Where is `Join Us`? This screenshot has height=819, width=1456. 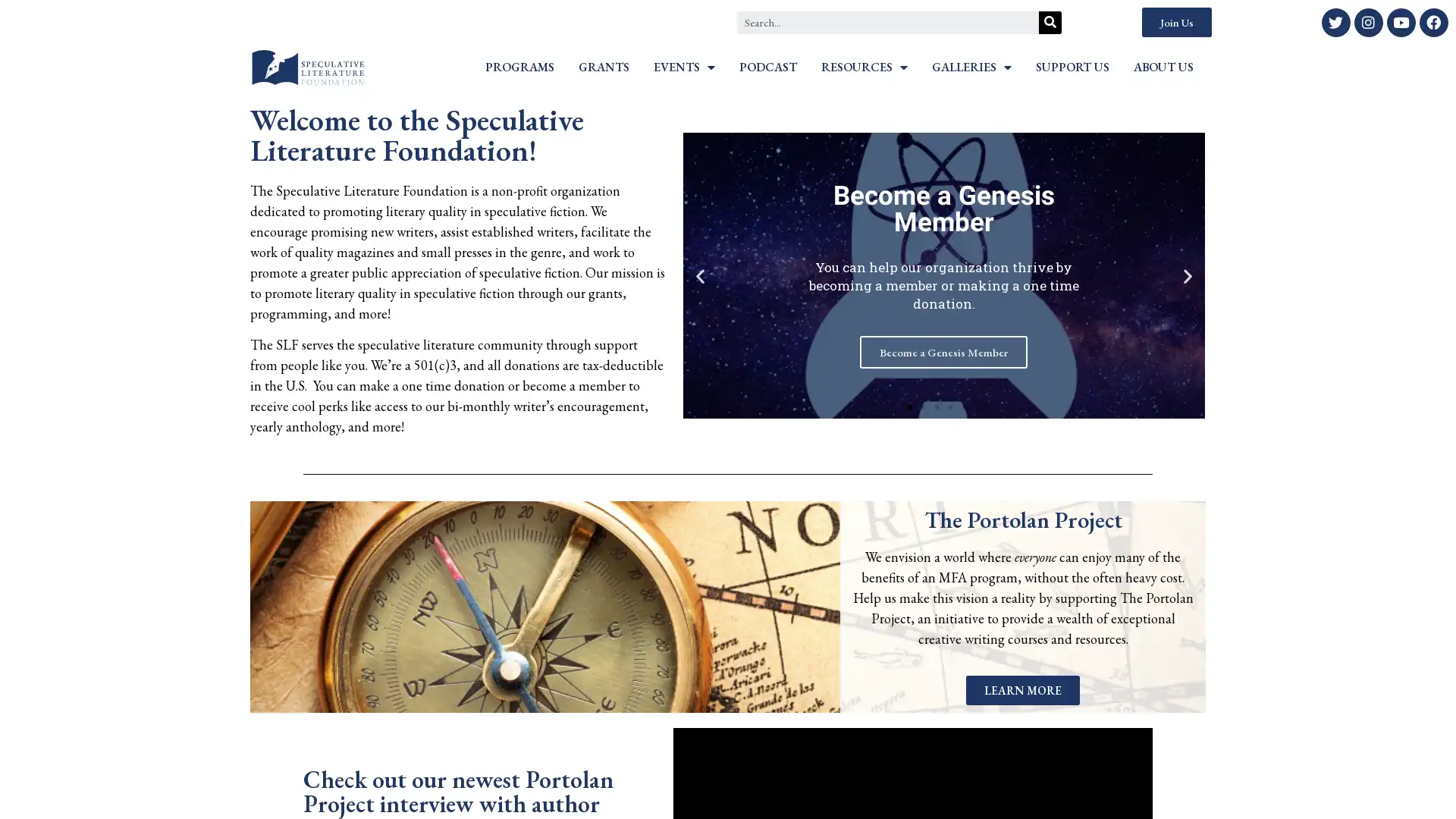 Join Us is located at coordinates (1175, 22).